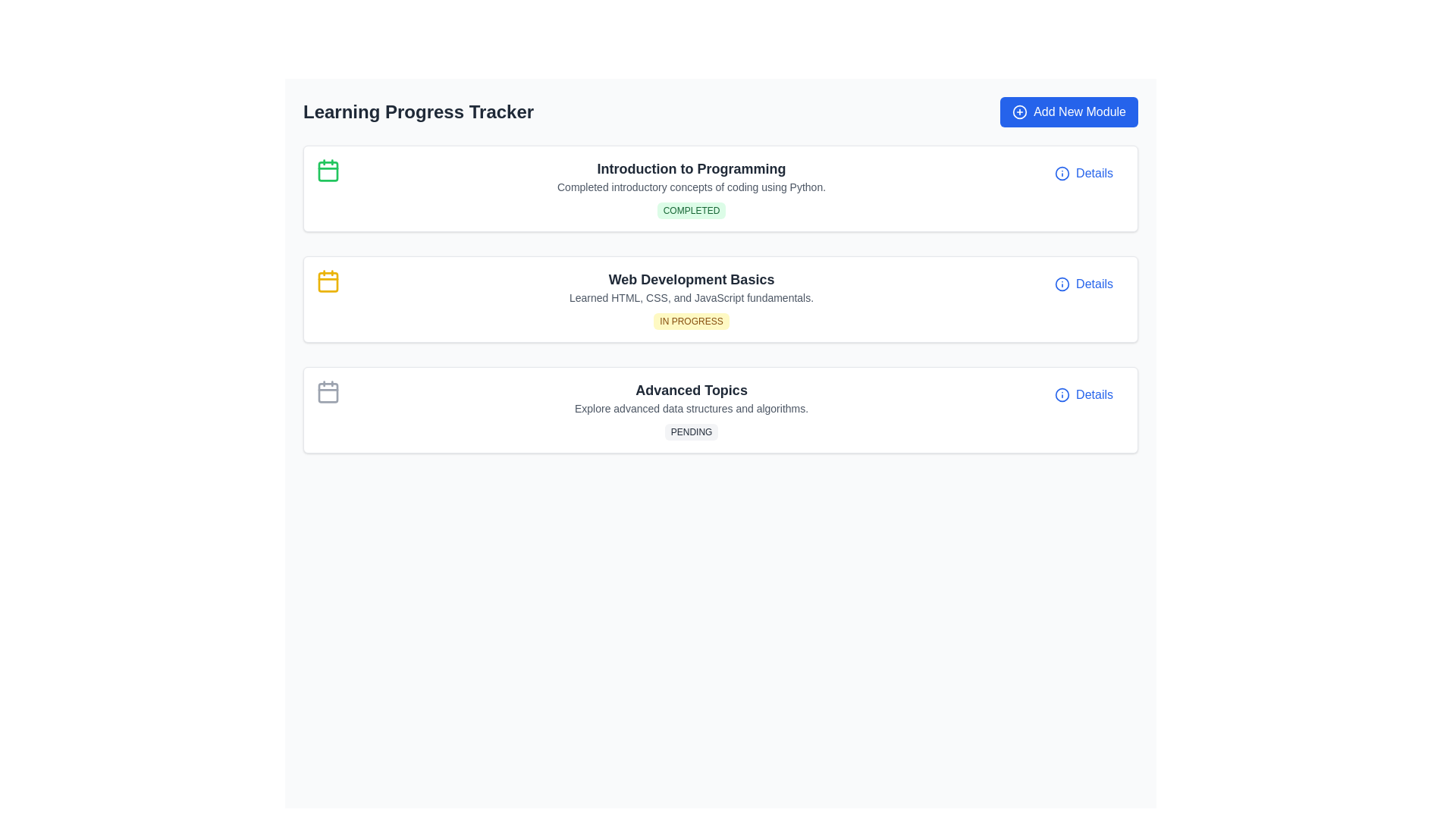 Image resolution: width=1456 pixels, height=819 pixels. Describe the element at coordinates (691, 299) in the screenshot. I see `the progress card for the module 'Web Development Basics', which is the second entry in the 'Learning Progress Tracker' section` at that location.